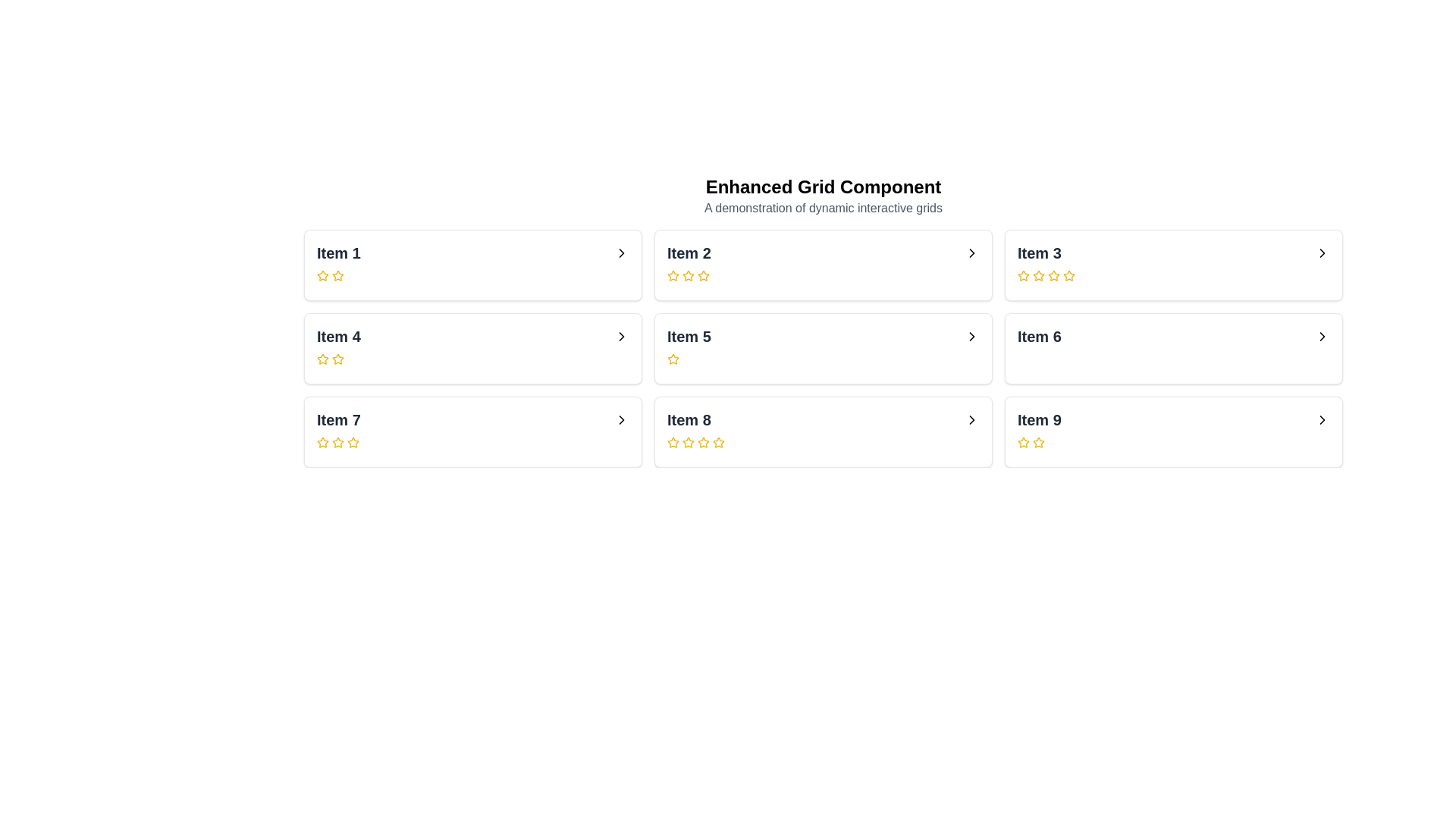  Describe the element at coordinates (701, 275) in the screenshot. I see `the second star icon in the rating system located under 'Item 2'` at that location.